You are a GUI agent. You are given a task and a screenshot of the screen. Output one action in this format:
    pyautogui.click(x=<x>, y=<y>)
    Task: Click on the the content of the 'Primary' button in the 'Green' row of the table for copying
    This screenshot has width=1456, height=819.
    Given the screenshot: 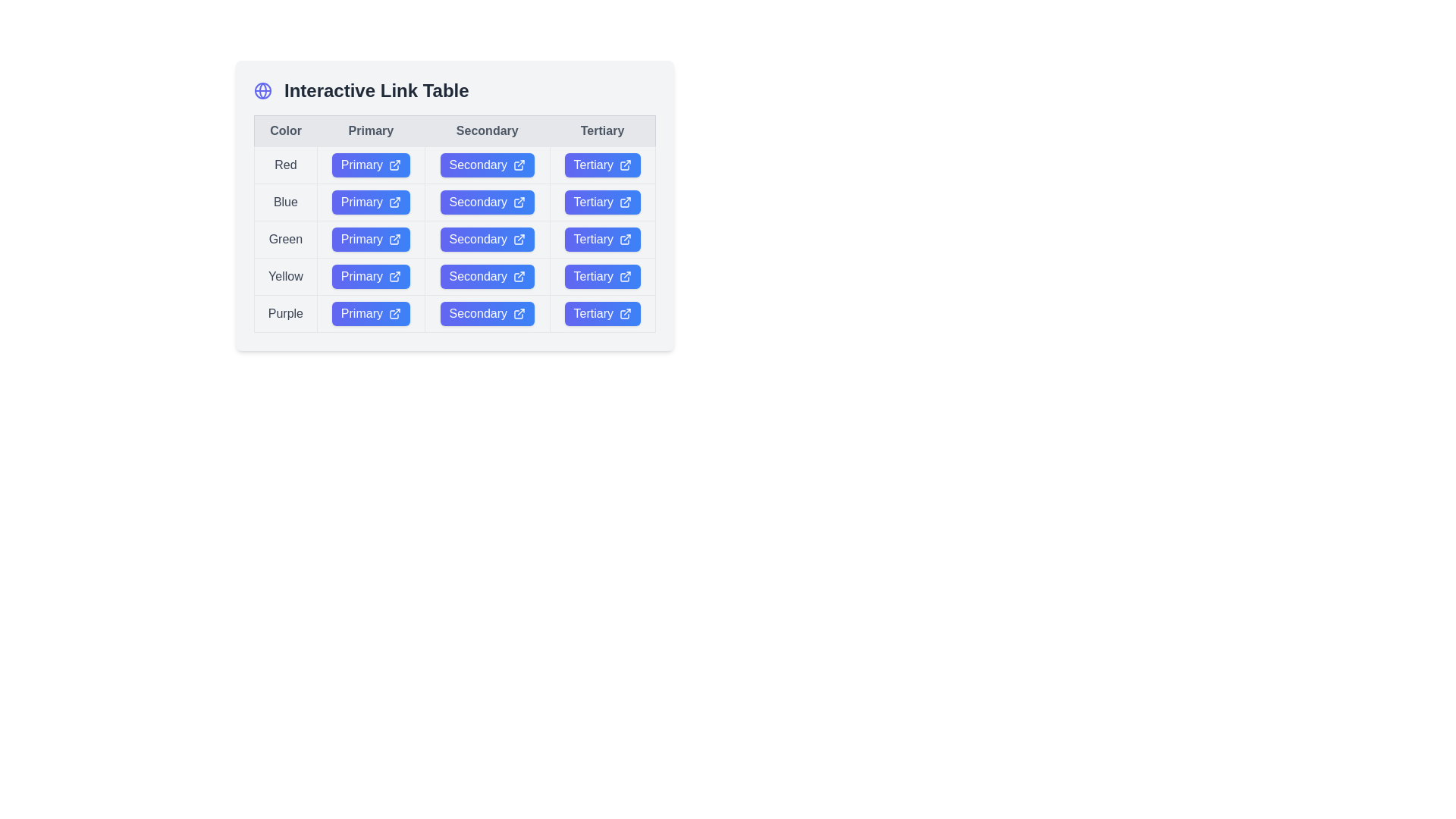 What is the action you would take?
    pyautogui.click(x=361, y=239)
    